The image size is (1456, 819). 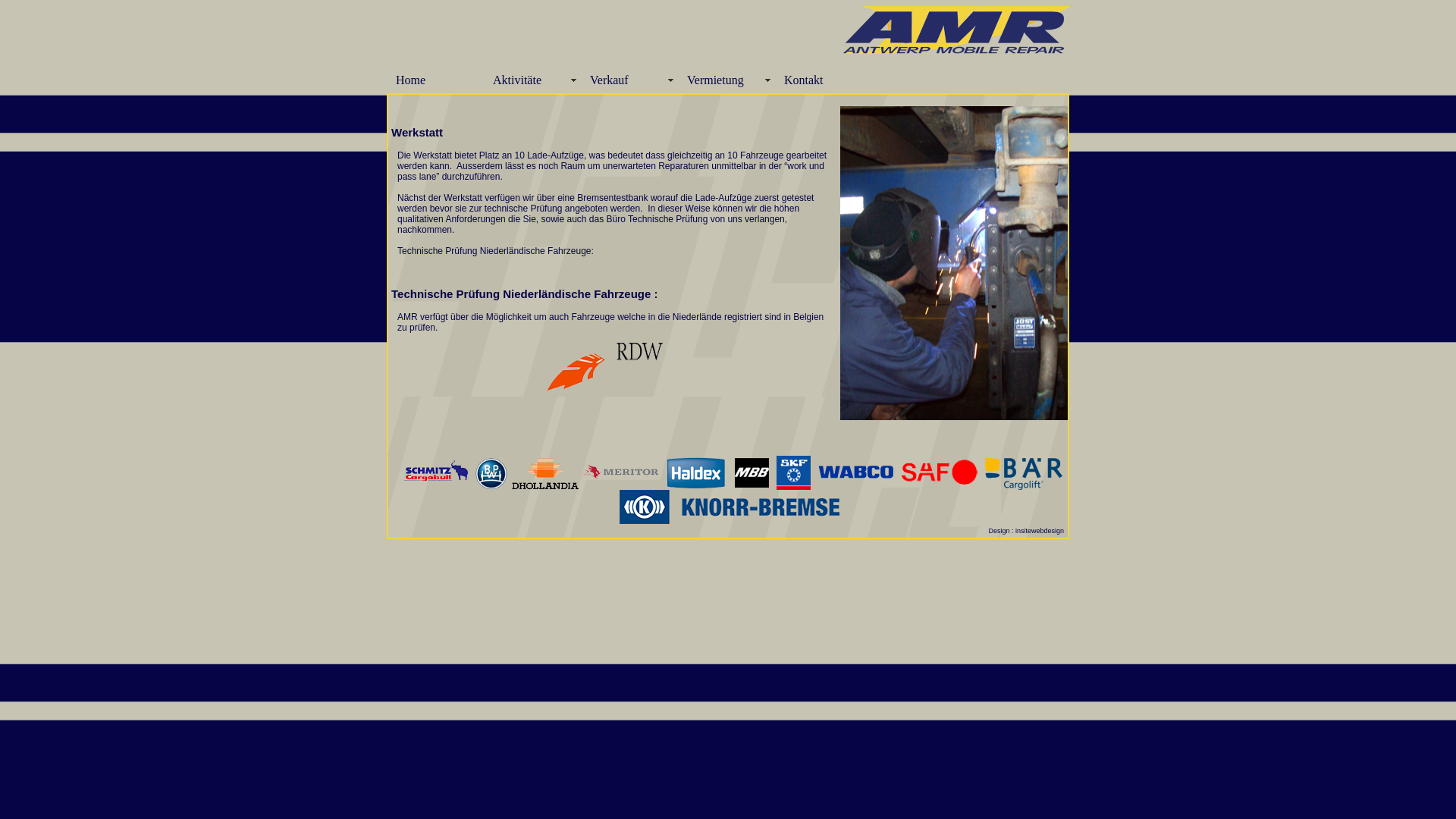 What do you see at coordinates (386, 80) in the screenshot?
I see `'Home'` at bounding box center [386, 80].